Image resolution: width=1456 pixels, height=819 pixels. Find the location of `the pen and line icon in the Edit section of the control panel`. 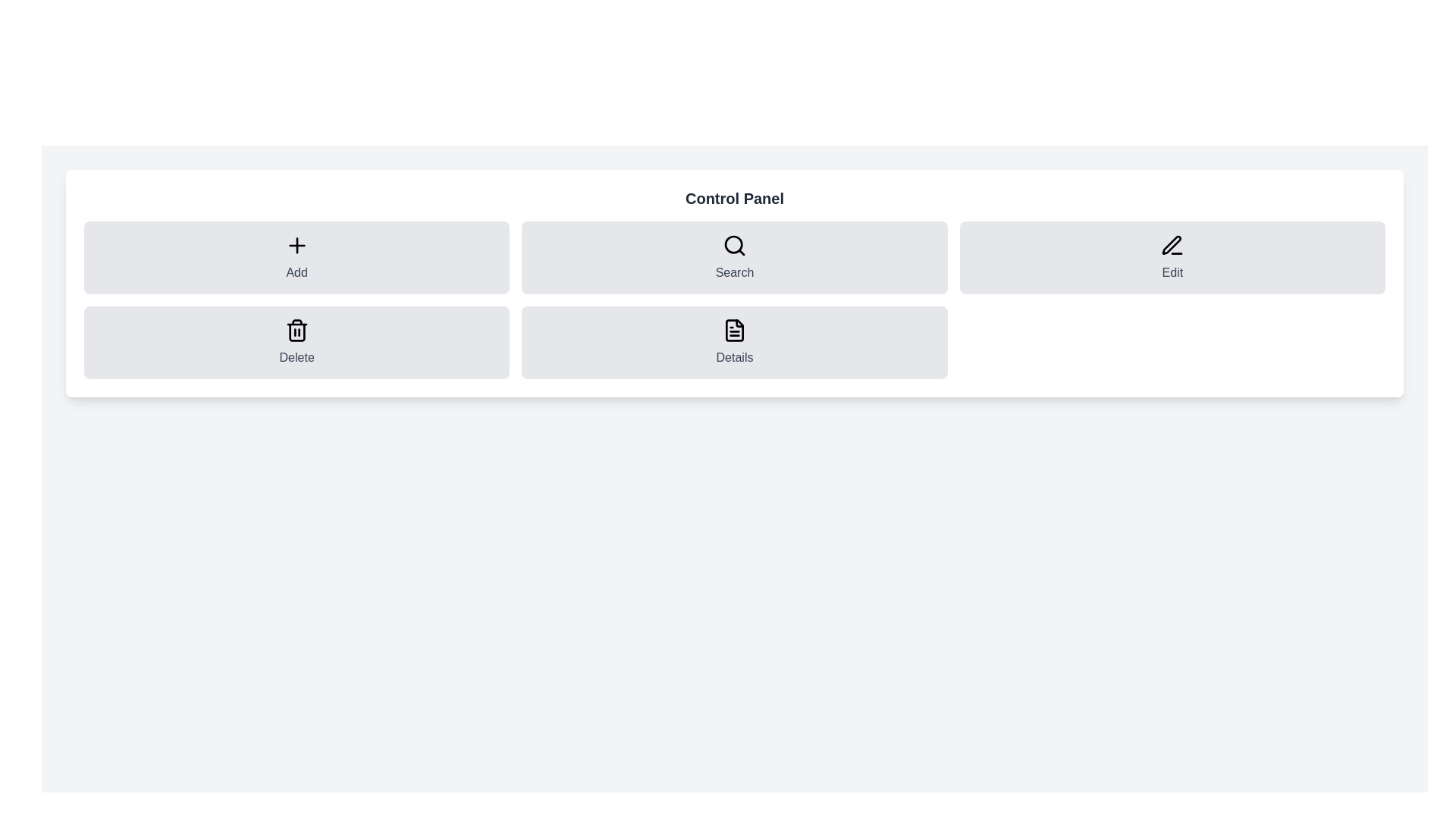

the pen and line icon in the Edit section of the control panel is located at coordinates (1172, 245).